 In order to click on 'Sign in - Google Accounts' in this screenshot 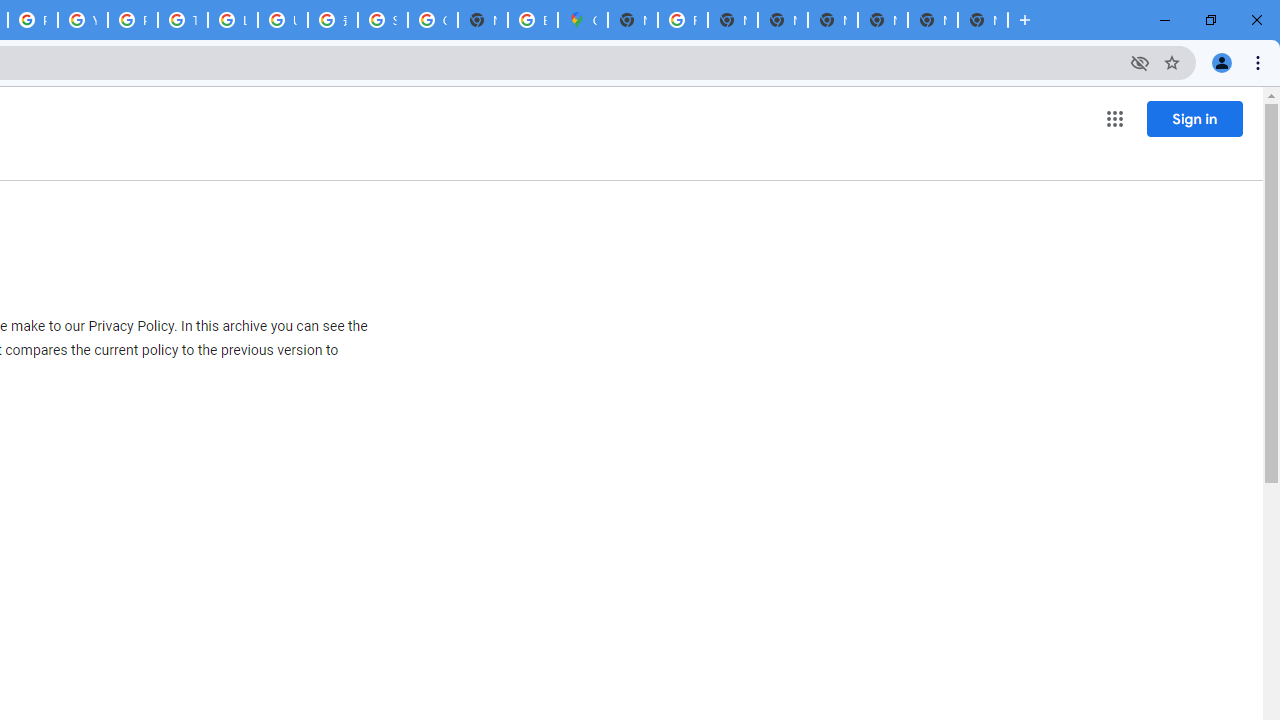, I will do `click(383, 20)`.